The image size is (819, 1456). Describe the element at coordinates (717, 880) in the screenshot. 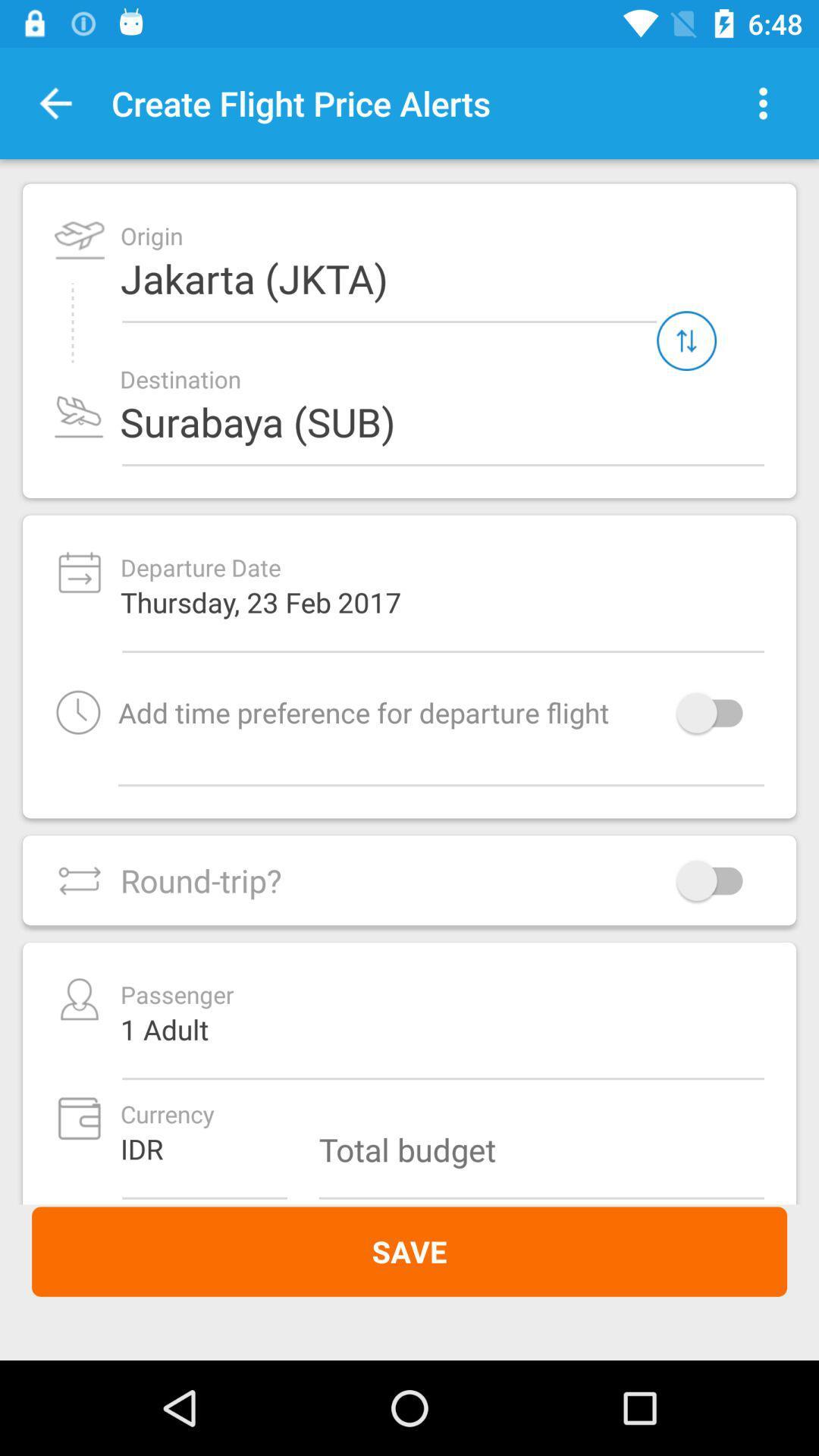

I see `to enable round-trip options` at that location.